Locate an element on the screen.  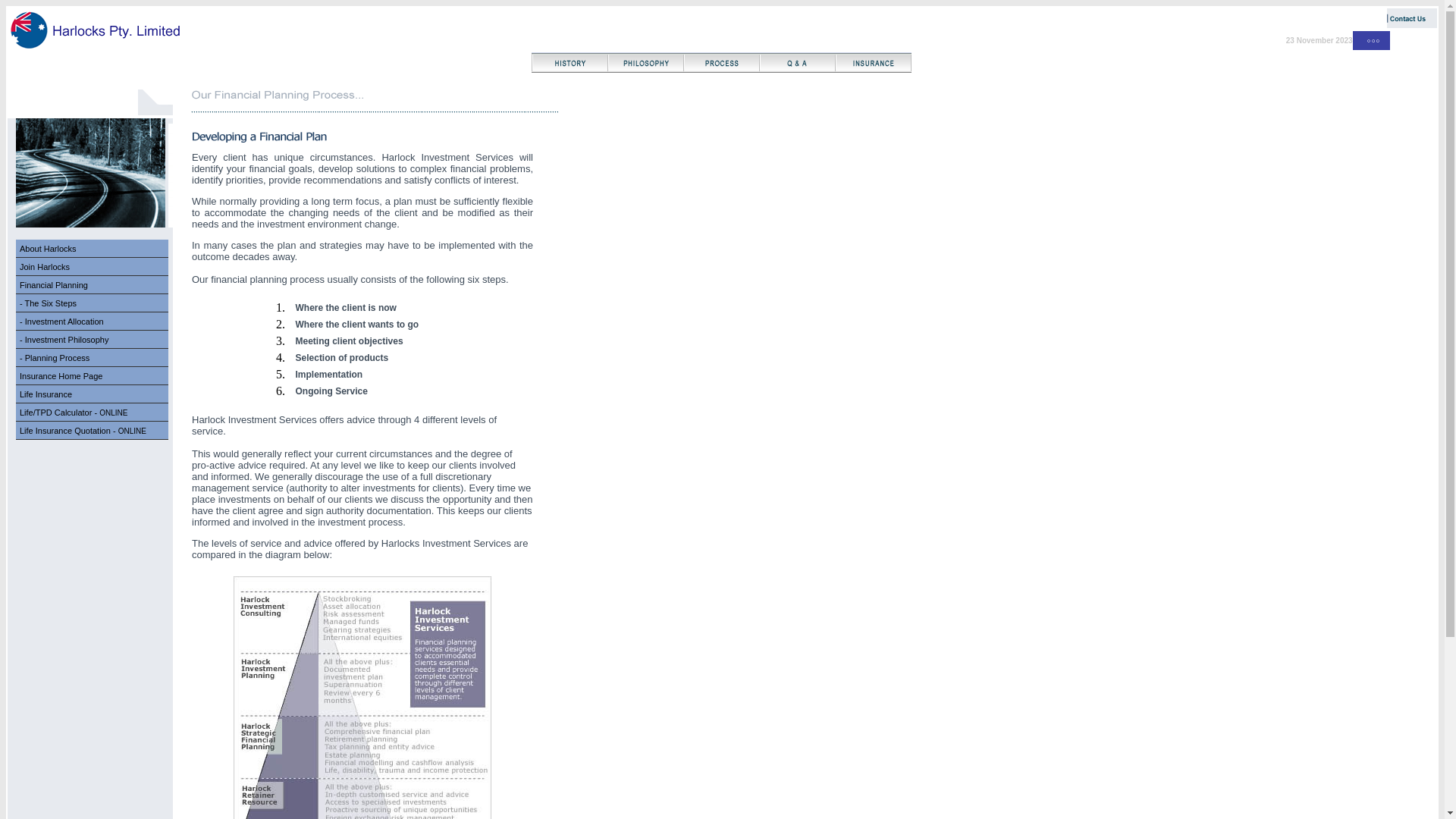
'- Planning Process' is located at coordinates (55, 357).